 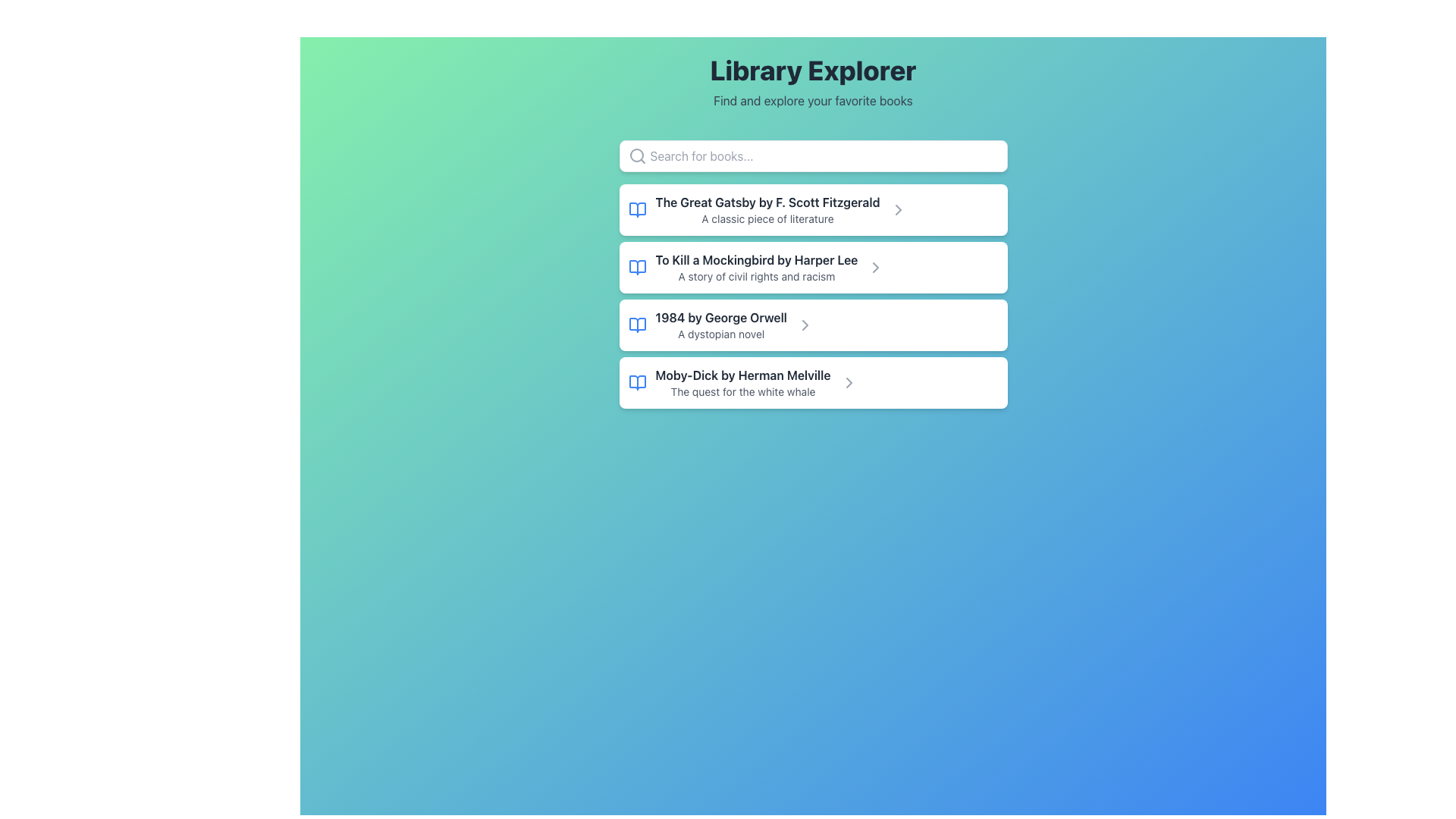 What do you see at coordinates (637, 267) in the screenshot?
I see `the decorative icon representing the book entry for 'To Kill a Mockingbird by Harper Lee', which is located at the leftmost side of the second row in the book list` at bounding box center [637, 267].